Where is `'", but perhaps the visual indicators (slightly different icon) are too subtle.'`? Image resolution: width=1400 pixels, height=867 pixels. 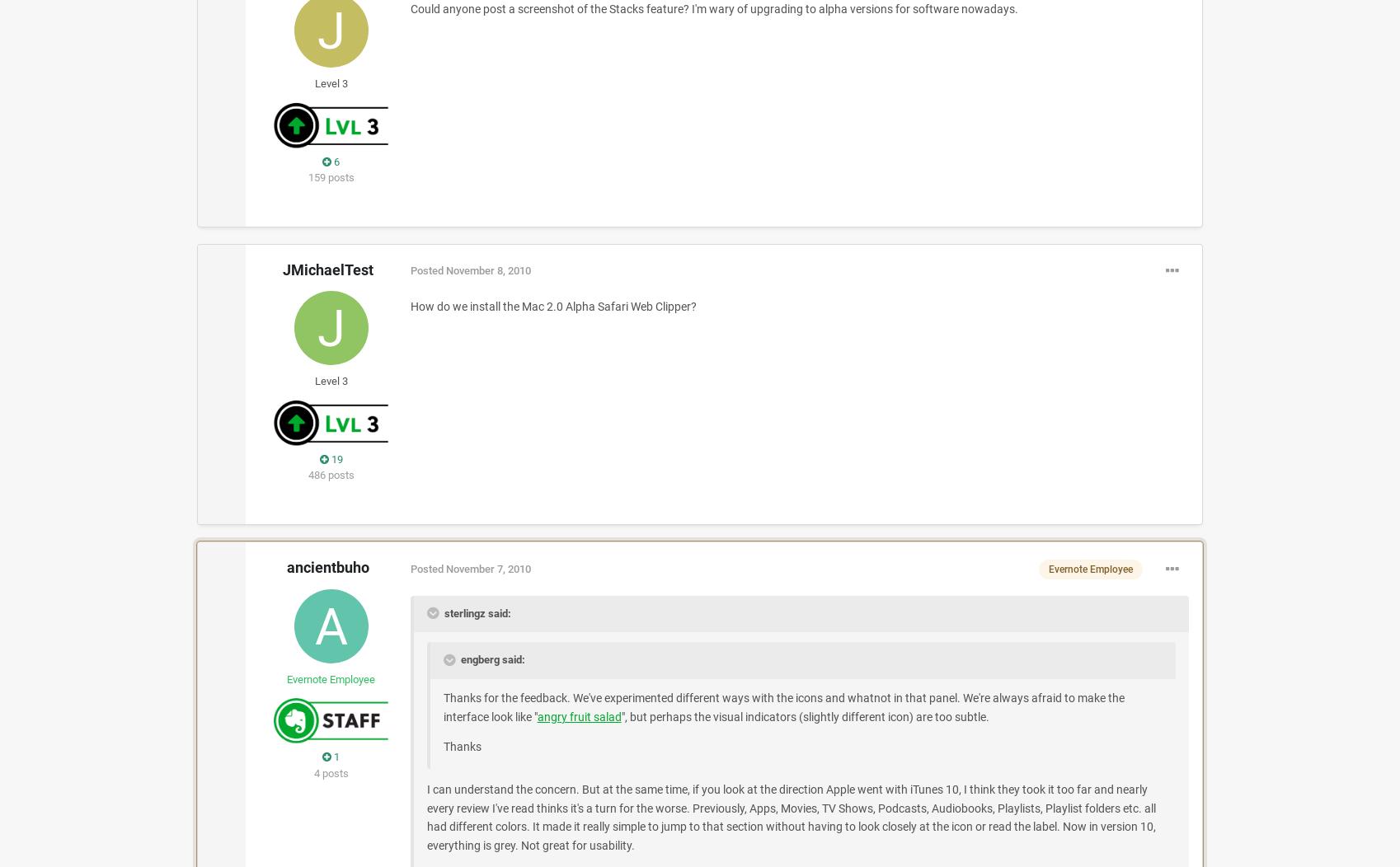 '", but perhaps the visual indicators (slightly different icon) are too subtle.' is located at coordinates (804, 715).